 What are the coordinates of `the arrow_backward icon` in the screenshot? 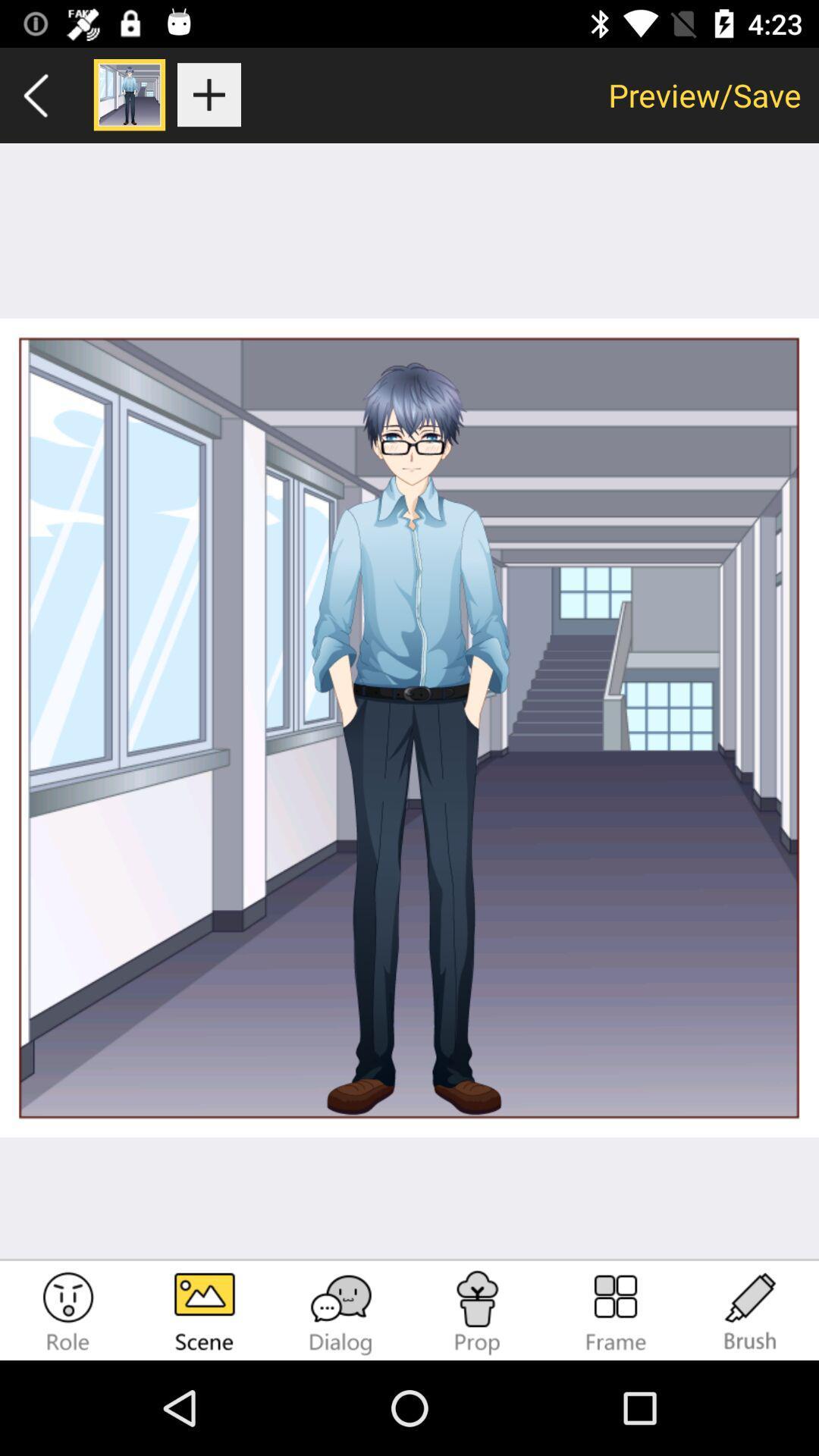 It's located at (36, 94).